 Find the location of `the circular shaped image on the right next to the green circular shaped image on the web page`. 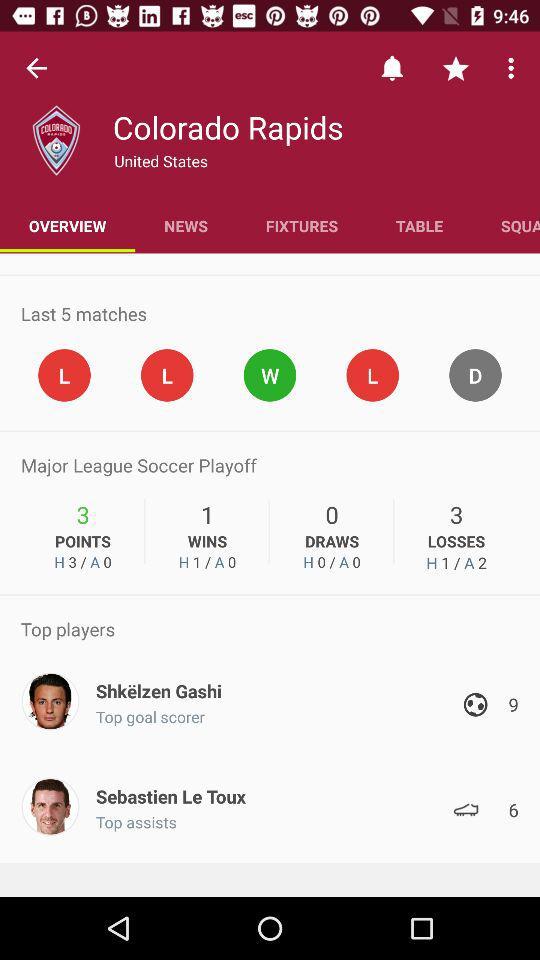

the circular shaped image on the right next to the green circular shaped image on the web page is located at coordinates (372, 374).